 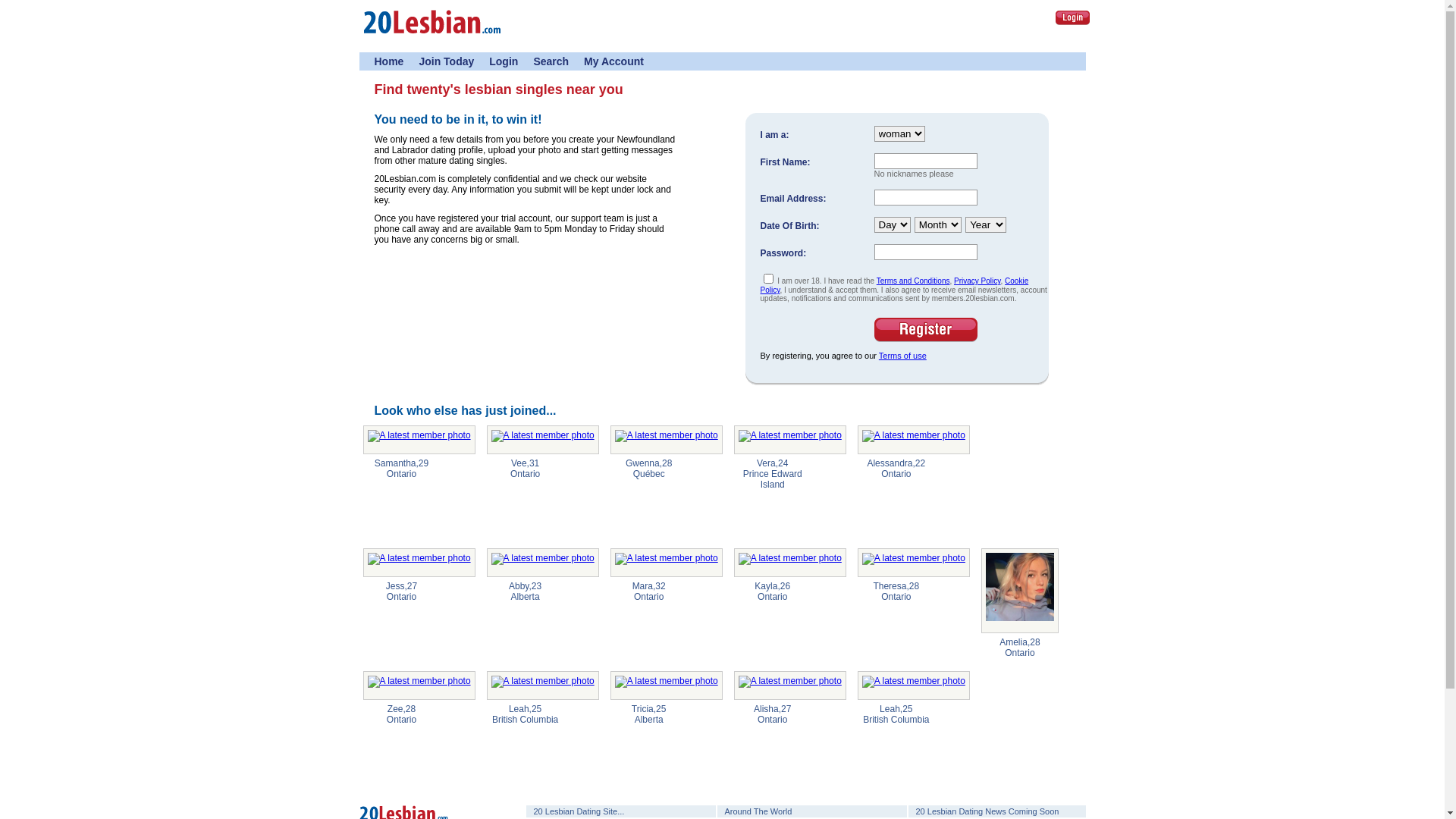 What do you see at coordinates (362, 37) in the screenshot?
I see `'20 Singles Dating'` at bounding box center [362, 37].